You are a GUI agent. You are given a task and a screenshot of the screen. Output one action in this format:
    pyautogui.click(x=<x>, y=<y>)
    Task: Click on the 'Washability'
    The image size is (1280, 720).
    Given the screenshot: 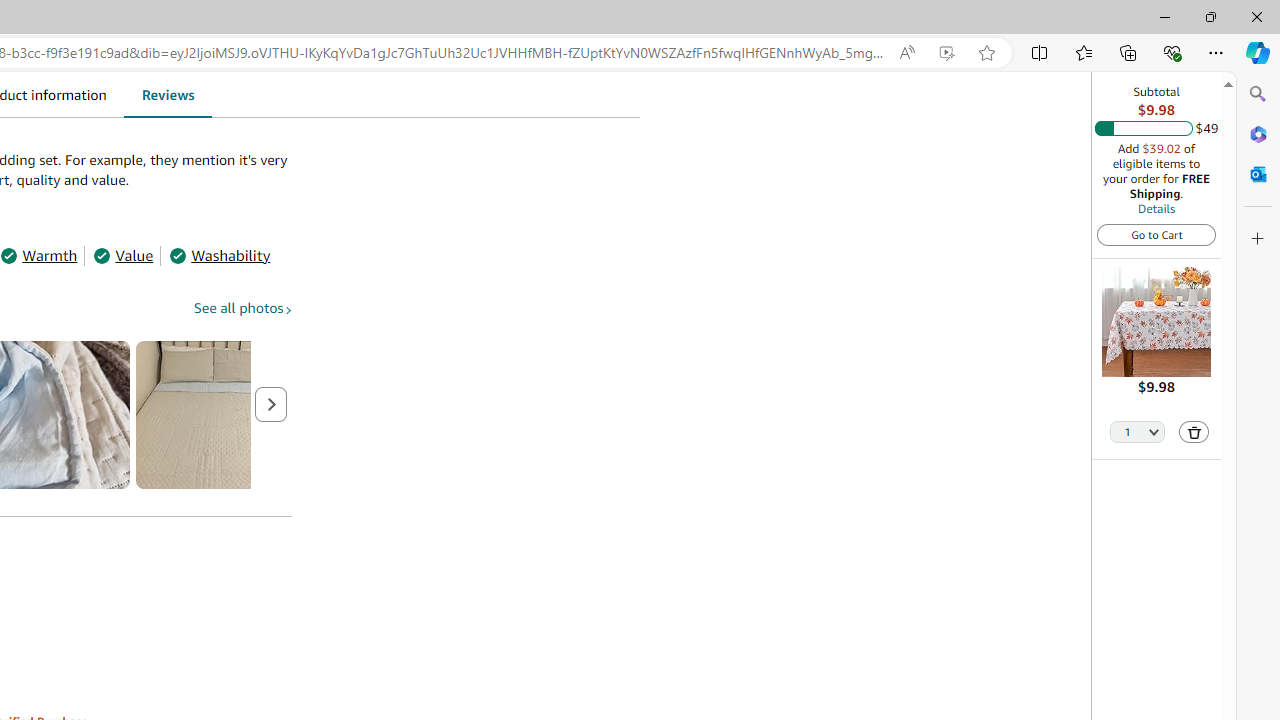 What is the action you would take?
    pyautogui.click(x=220, y=254)
    